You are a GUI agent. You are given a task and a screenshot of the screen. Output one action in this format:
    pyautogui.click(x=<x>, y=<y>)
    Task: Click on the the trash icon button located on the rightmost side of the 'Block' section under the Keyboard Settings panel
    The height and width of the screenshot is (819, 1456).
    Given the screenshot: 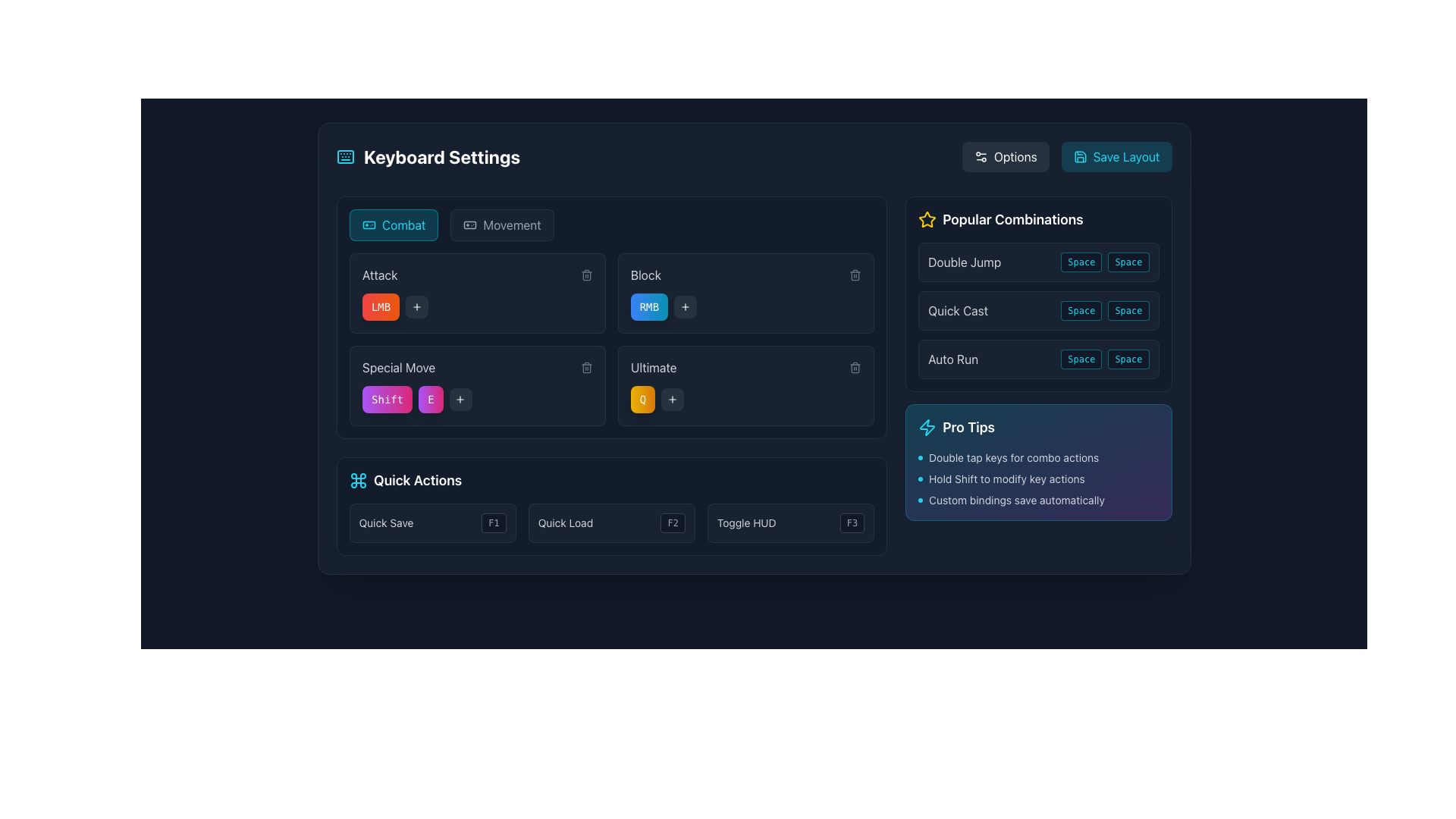 What is the action you would take?
    pyautogui.click(x=855, y=275)
    